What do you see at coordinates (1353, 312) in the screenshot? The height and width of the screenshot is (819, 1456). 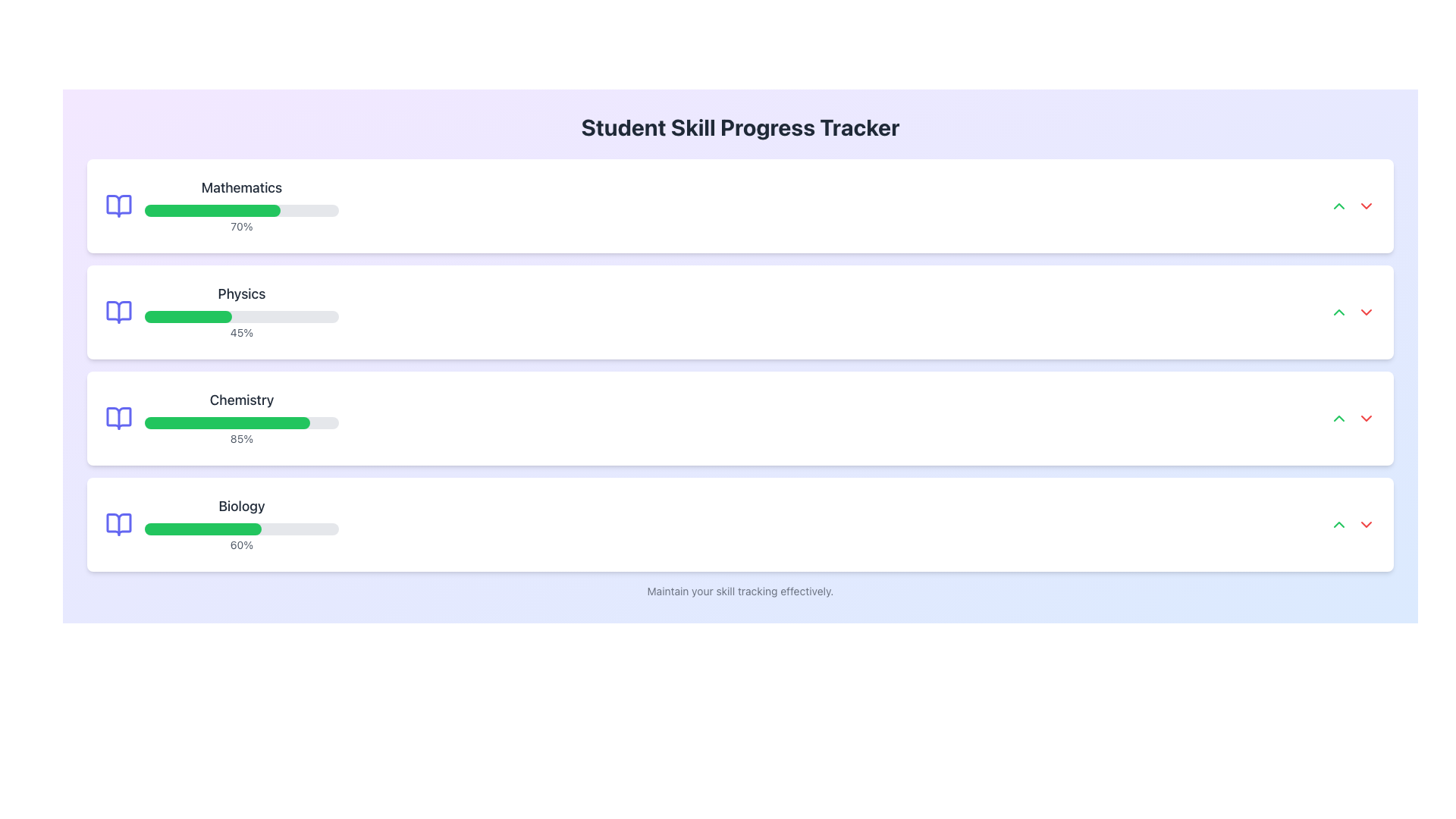 I see `the green upward-pointing increment button located to the far right of the 'Physics' progress section to increase the value` at bounding box center [1353, 312].